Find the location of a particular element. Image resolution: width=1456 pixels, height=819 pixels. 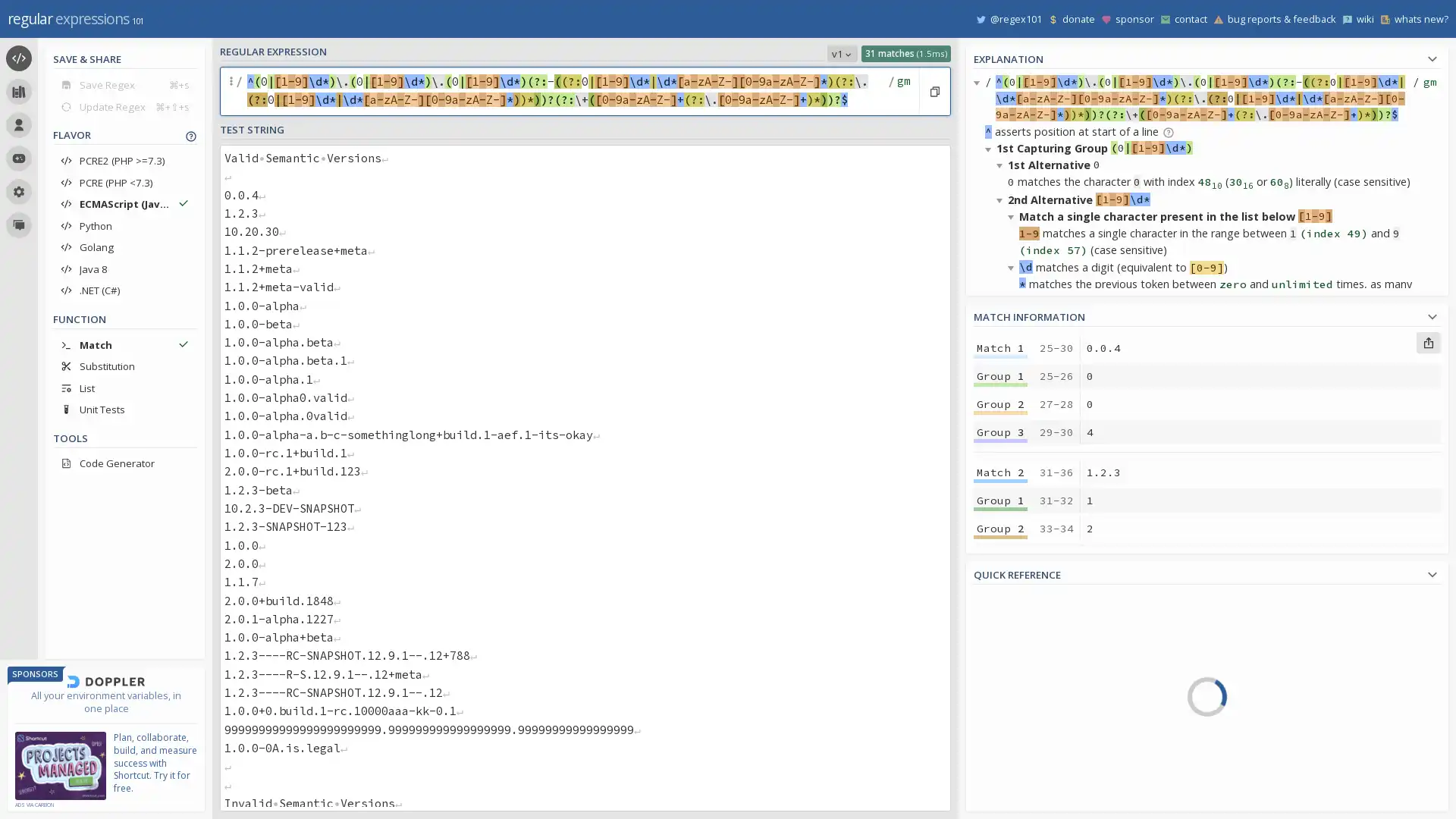

Match 3 is located at coordinates (1000, 595).